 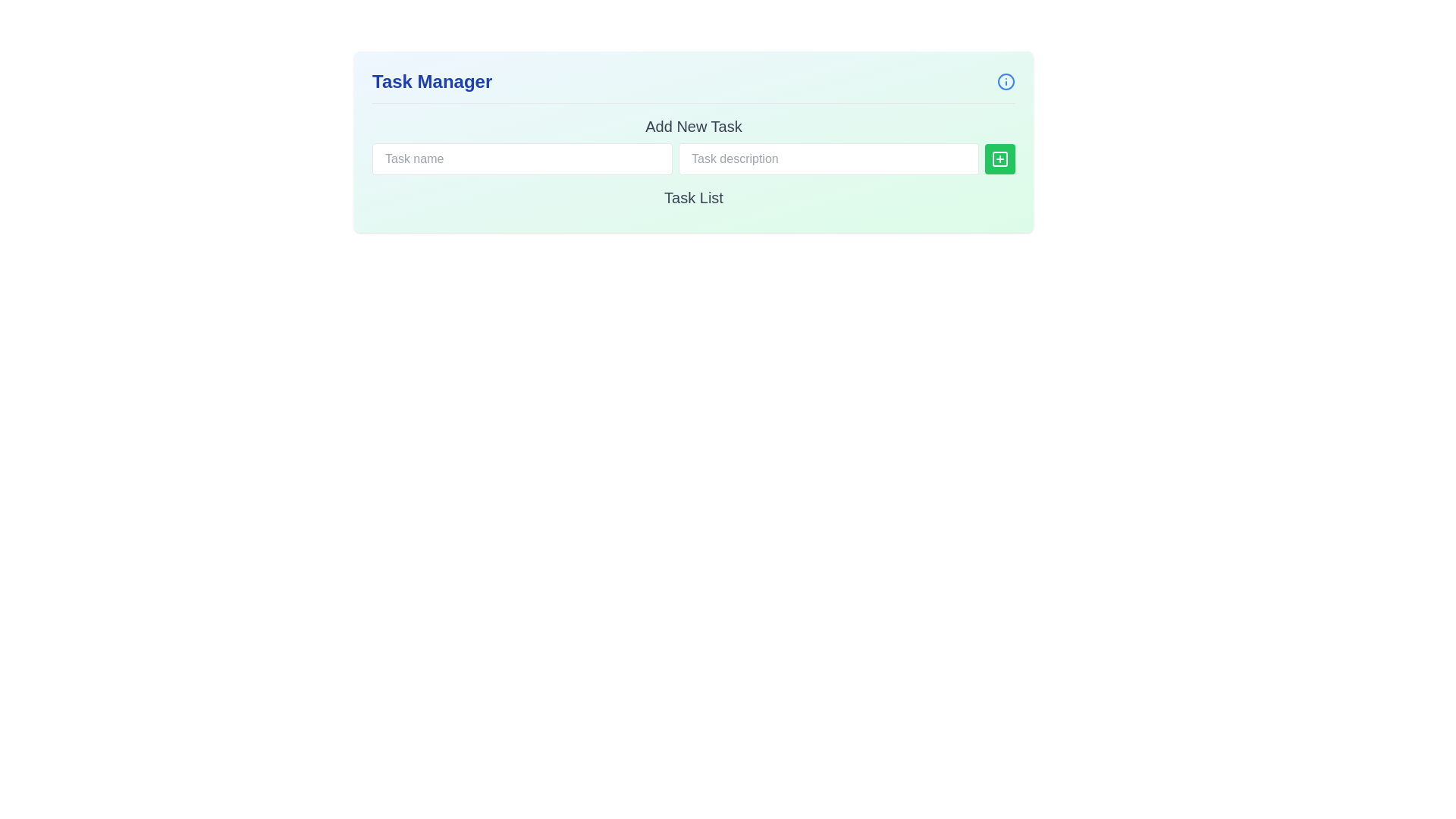 I want to click on the textual header 'Task Manager' which is styled in bold, large dark blue font at the top-left of the interface, so click(x=431, y=82).